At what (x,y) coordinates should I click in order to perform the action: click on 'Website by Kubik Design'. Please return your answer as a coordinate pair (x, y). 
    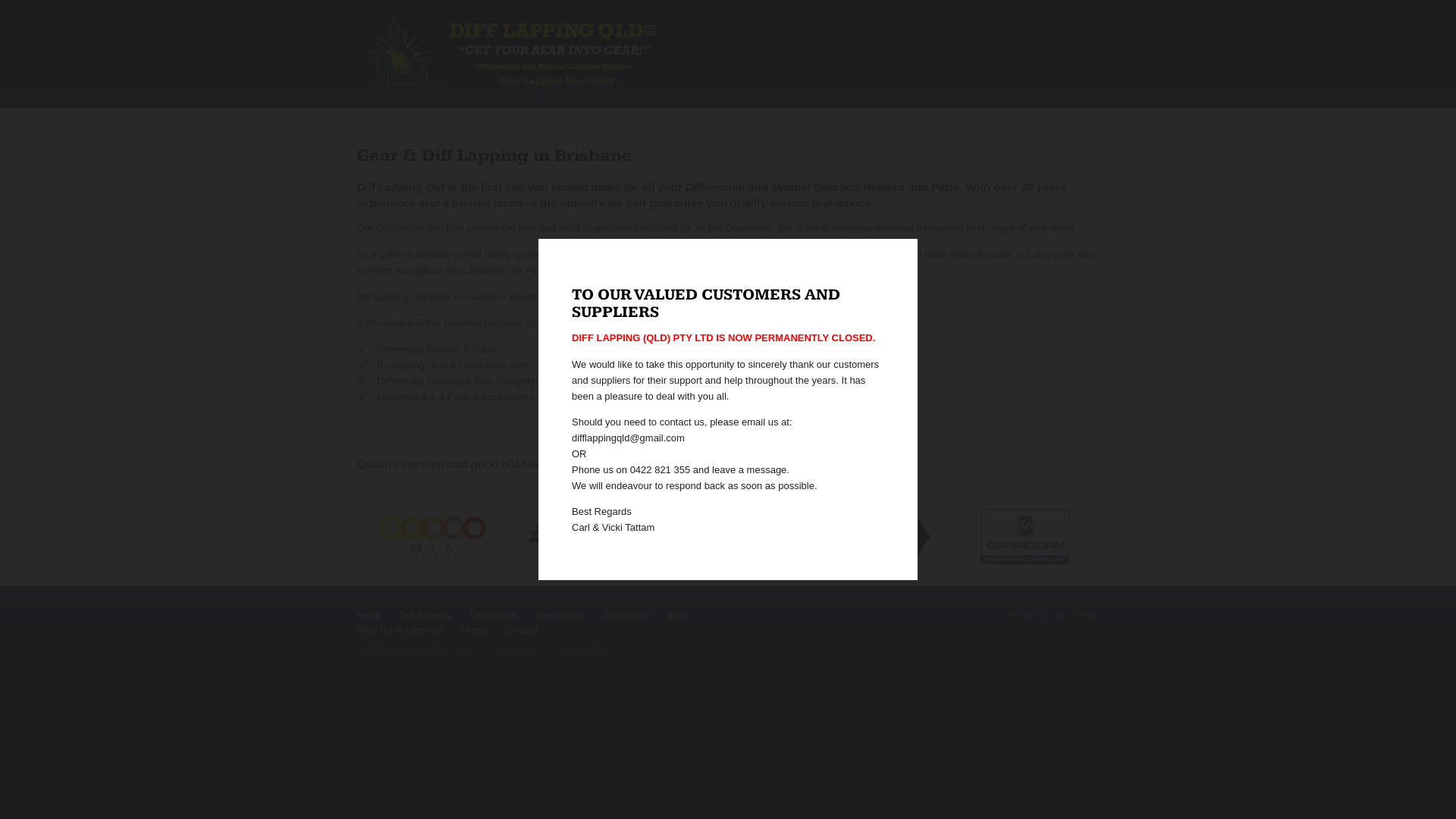
    Looking at the image, I should click on (1052, 616).